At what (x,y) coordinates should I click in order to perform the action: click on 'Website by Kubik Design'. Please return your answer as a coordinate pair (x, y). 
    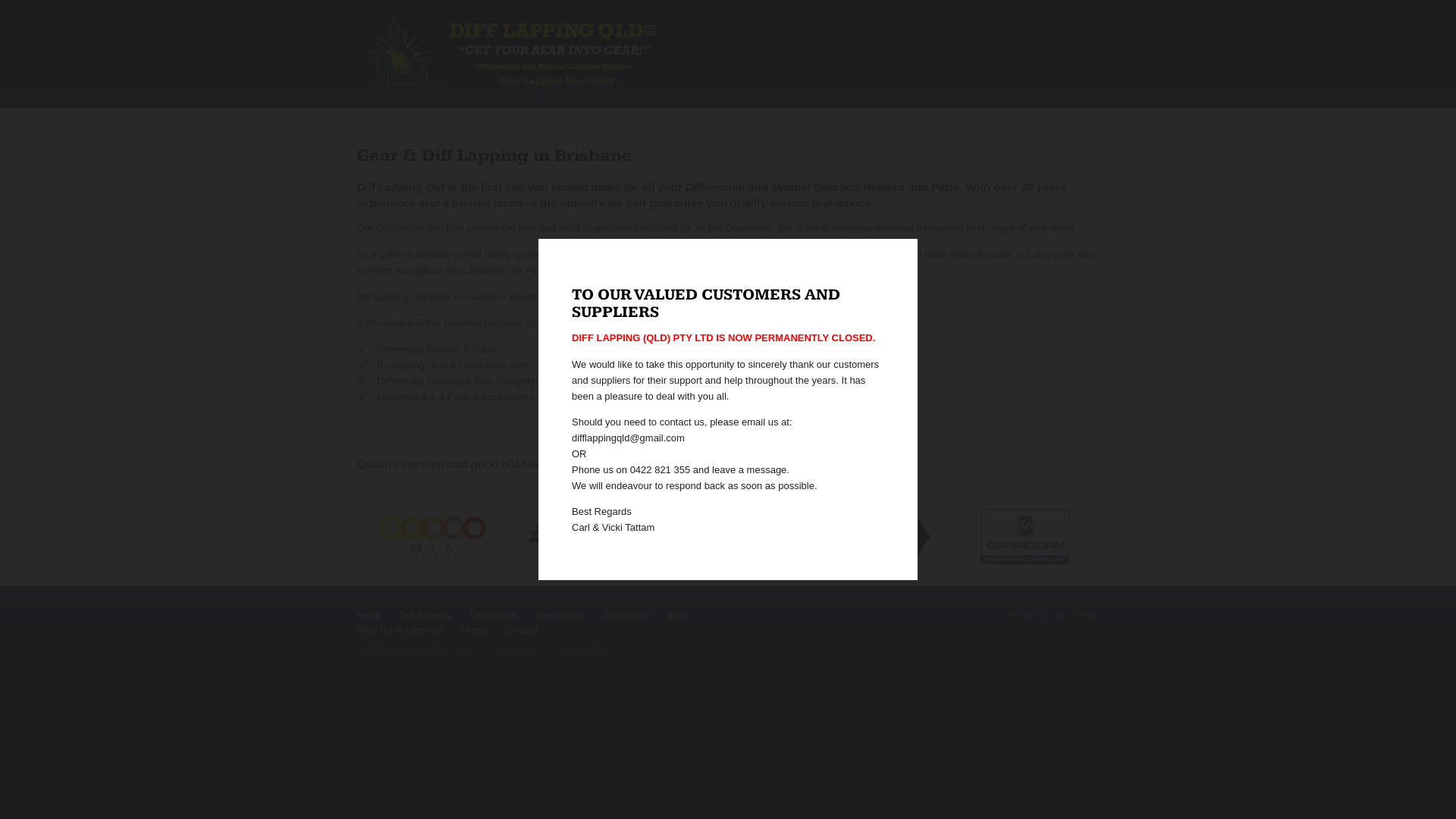
    Looking at the image, I should click on (1052, 616).